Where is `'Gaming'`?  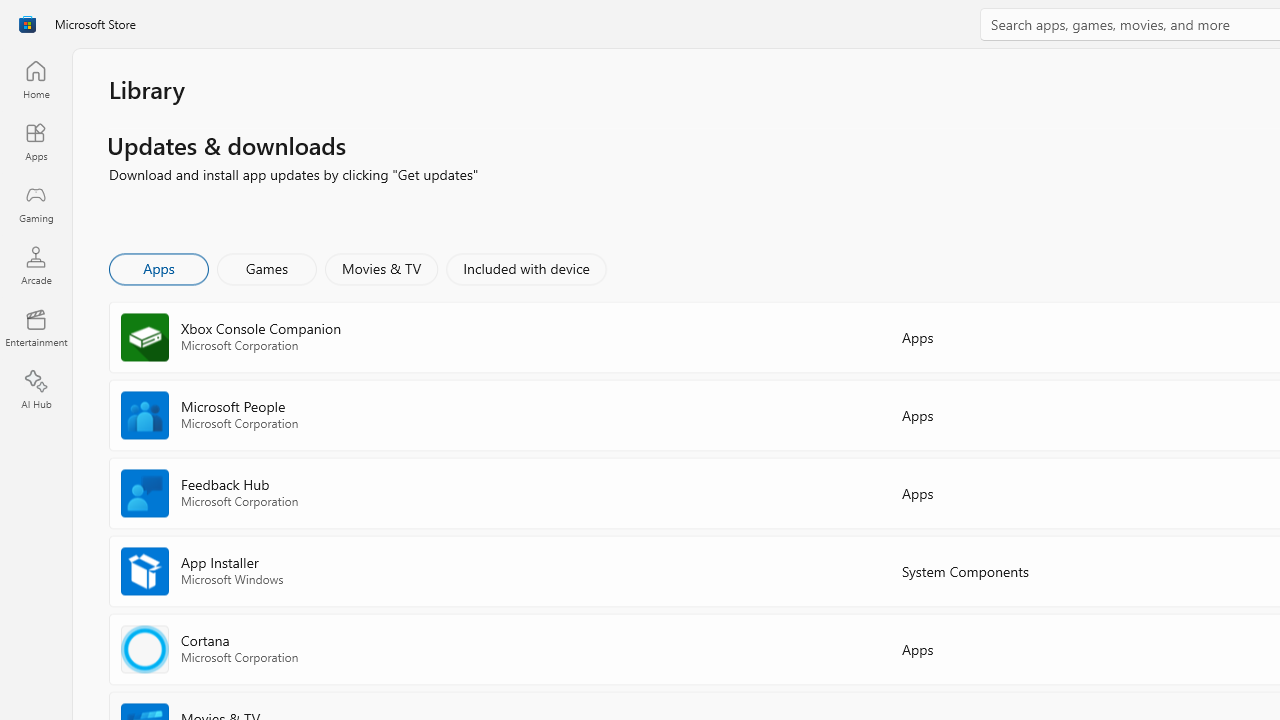
'Gaming' is located at coordinates (35, 203).